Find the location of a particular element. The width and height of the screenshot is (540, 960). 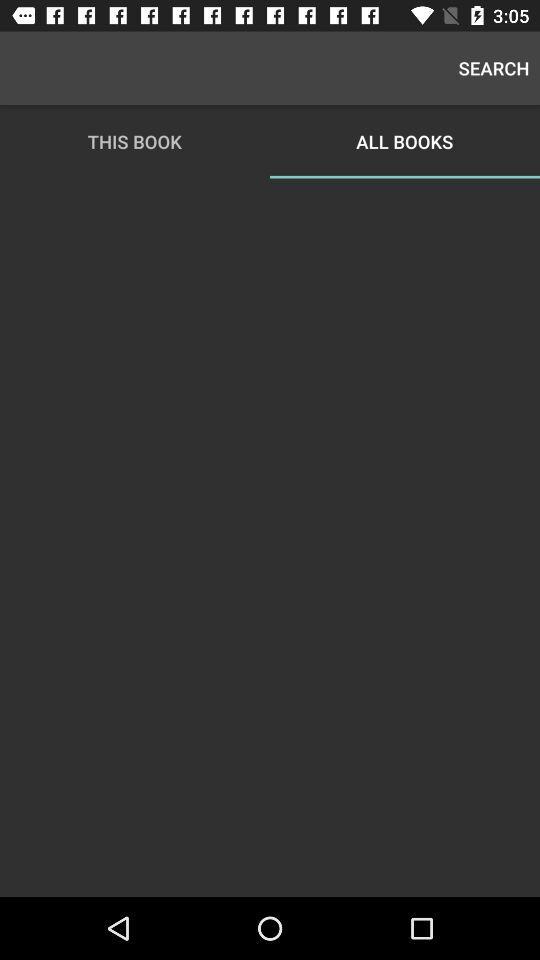

icon to the right of this book is located at coordinates (493, 68).